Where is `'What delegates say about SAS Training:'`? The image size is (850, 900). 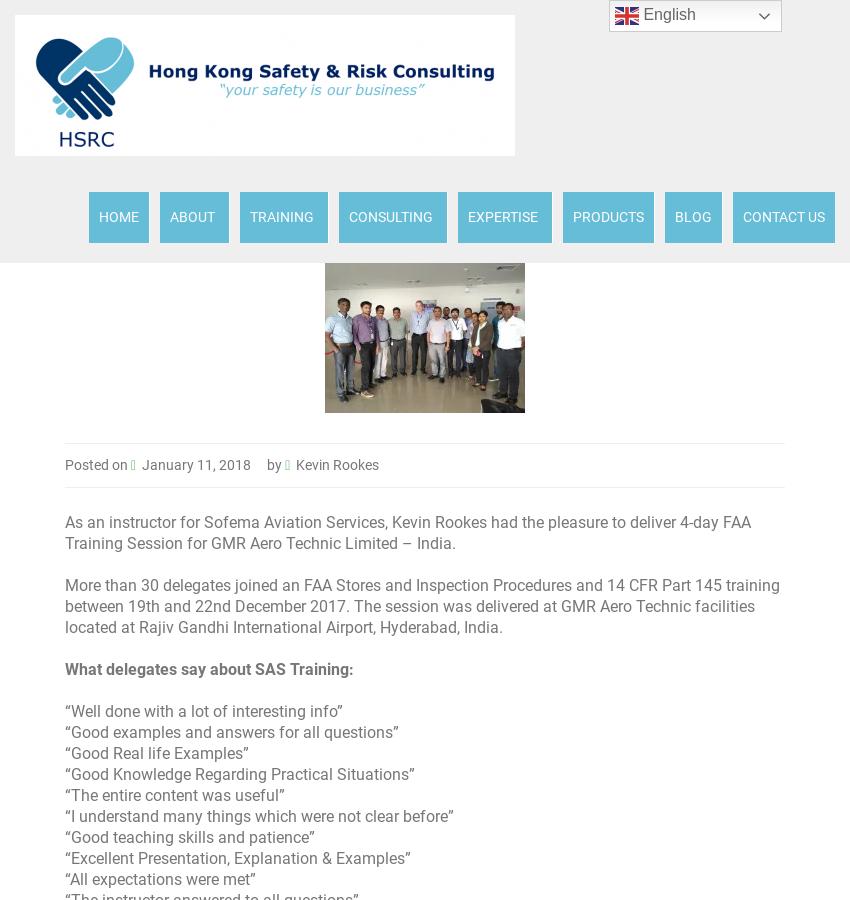 'What delegates say about SAS Training:' is located at coordinates (208, 669).